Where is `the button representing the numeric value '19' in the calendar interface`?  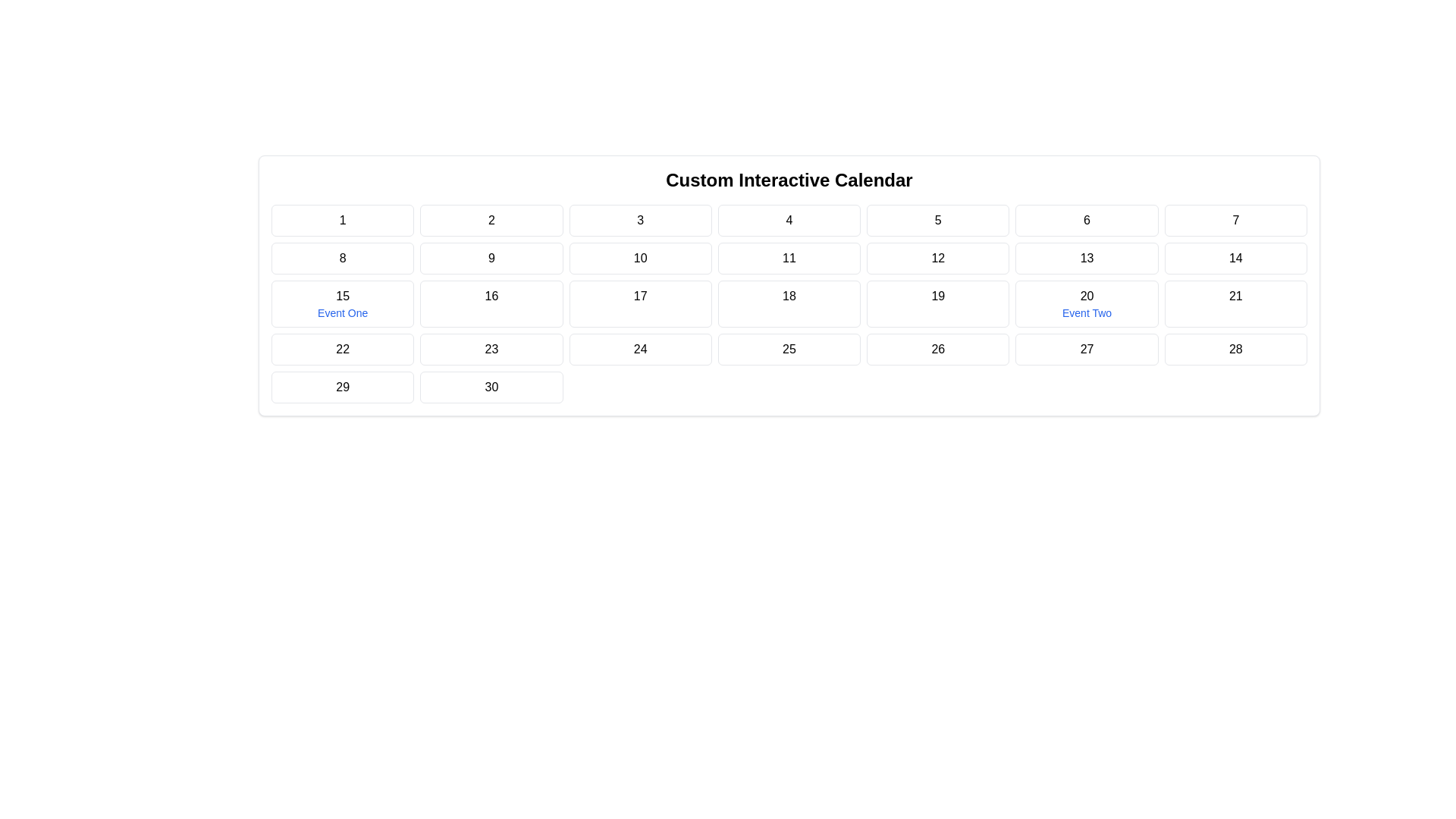 the button representing the numeric value '19' in the calendar interface is located at coordinates (937, 304).